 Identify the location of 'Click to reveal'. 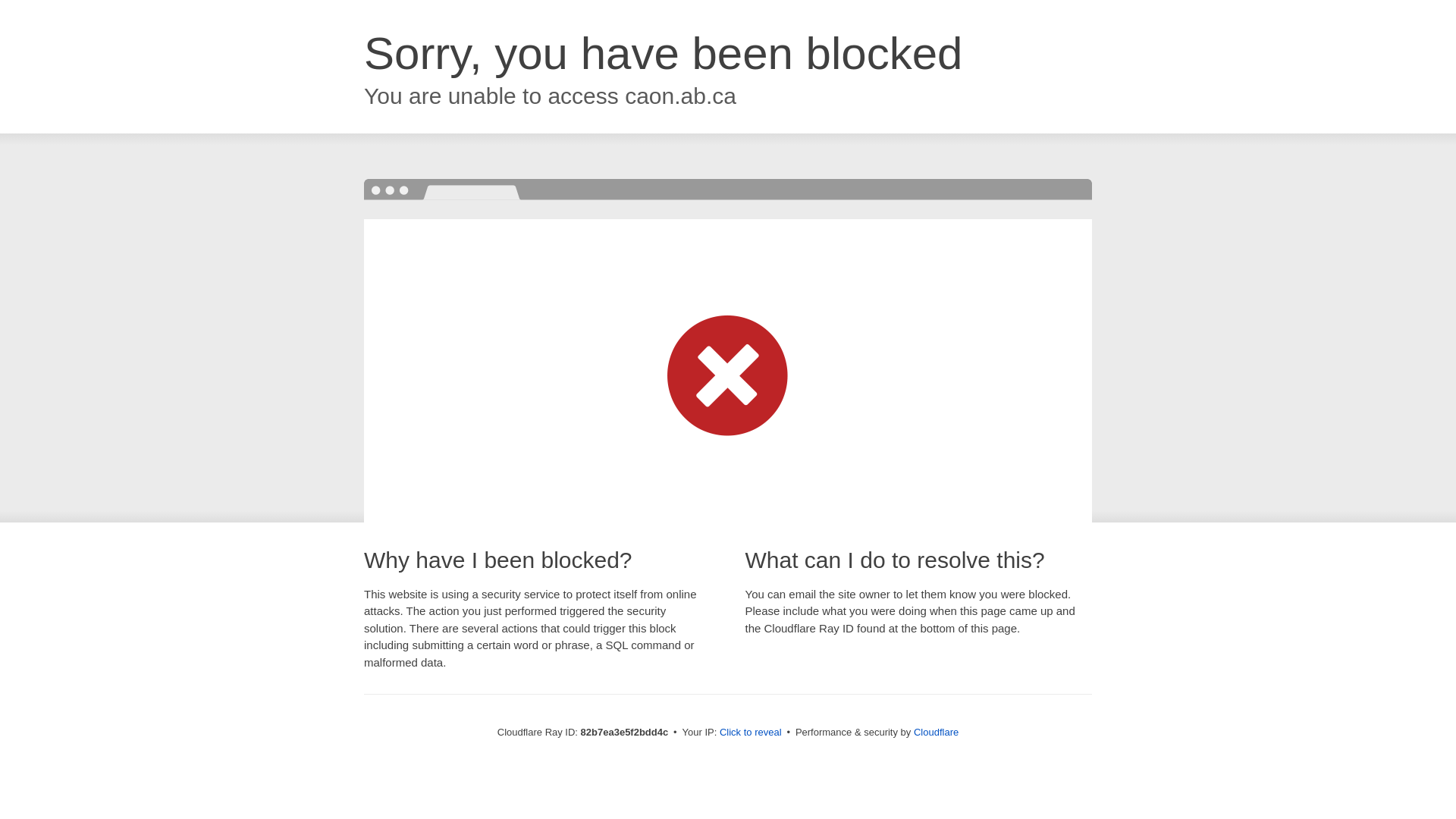
(719, 731).